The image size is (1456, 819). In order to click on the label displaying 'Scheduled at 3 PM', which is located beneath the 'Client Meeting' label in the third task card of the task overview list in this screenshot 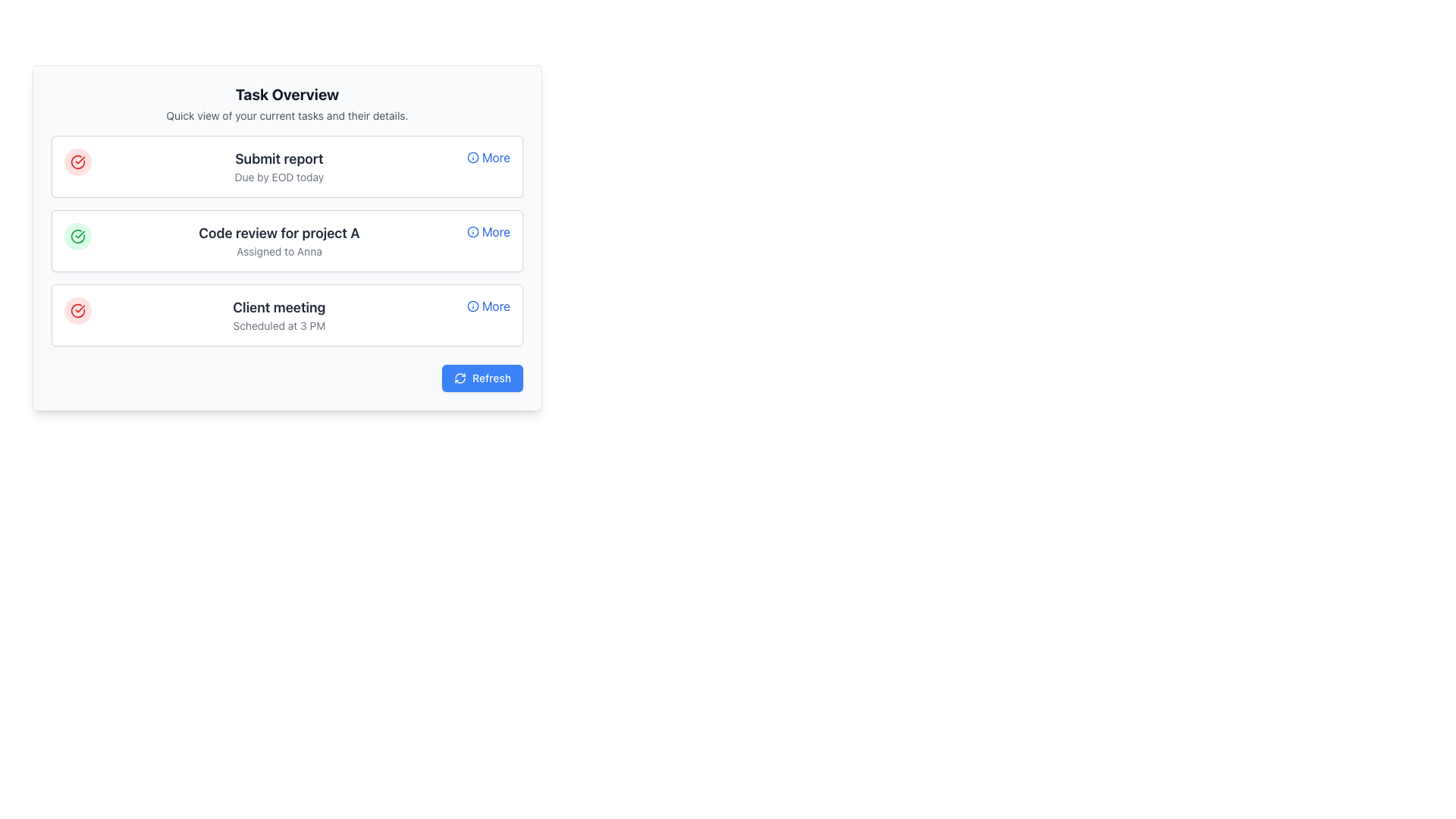, I will do `click(279, 325)`.